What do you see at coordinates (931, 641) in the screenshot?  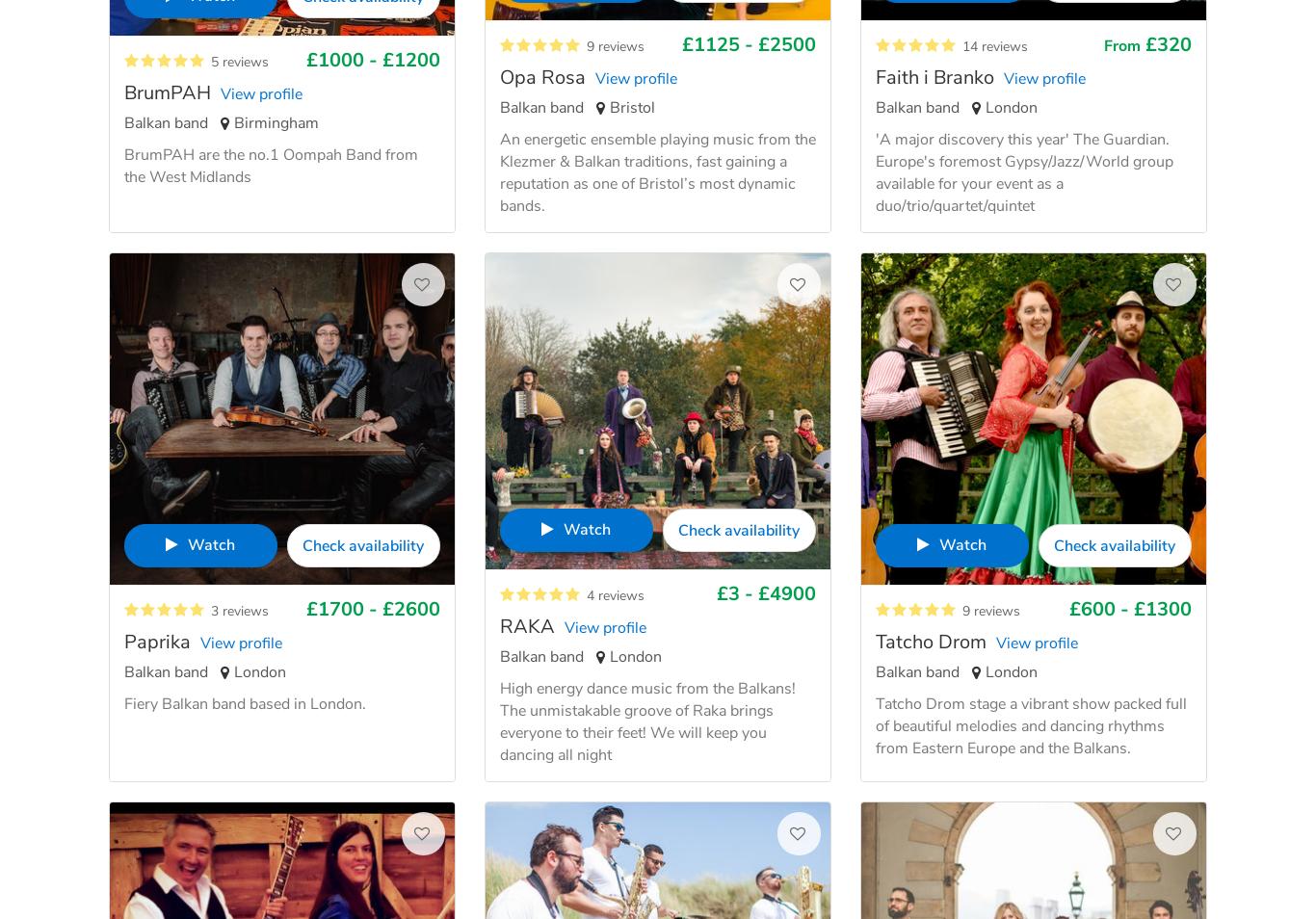 I see `'Tatcho Drom'` at bounding box center [931, 641].